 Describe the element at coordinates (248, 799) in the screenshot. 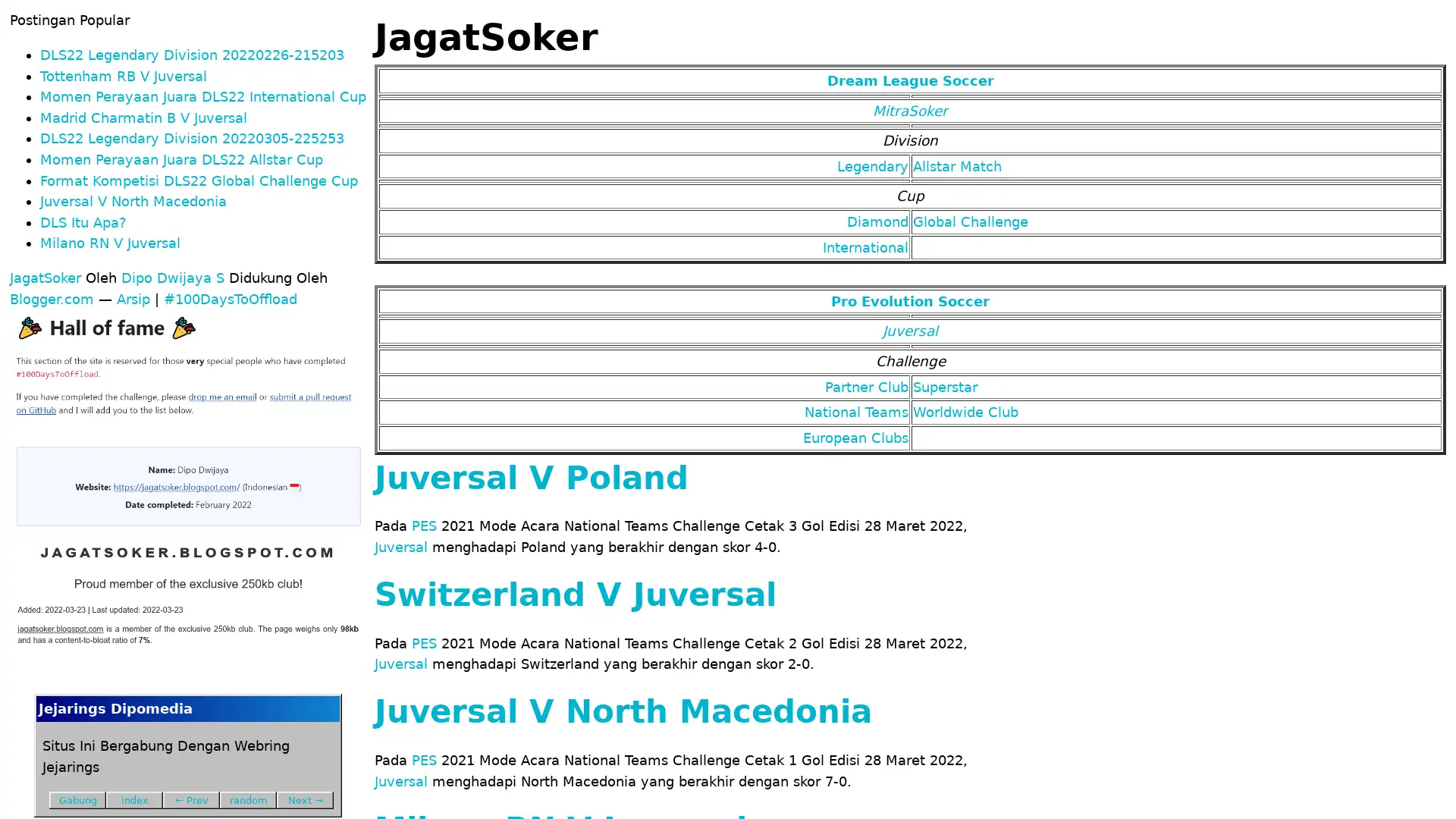

I see `random` at that location.